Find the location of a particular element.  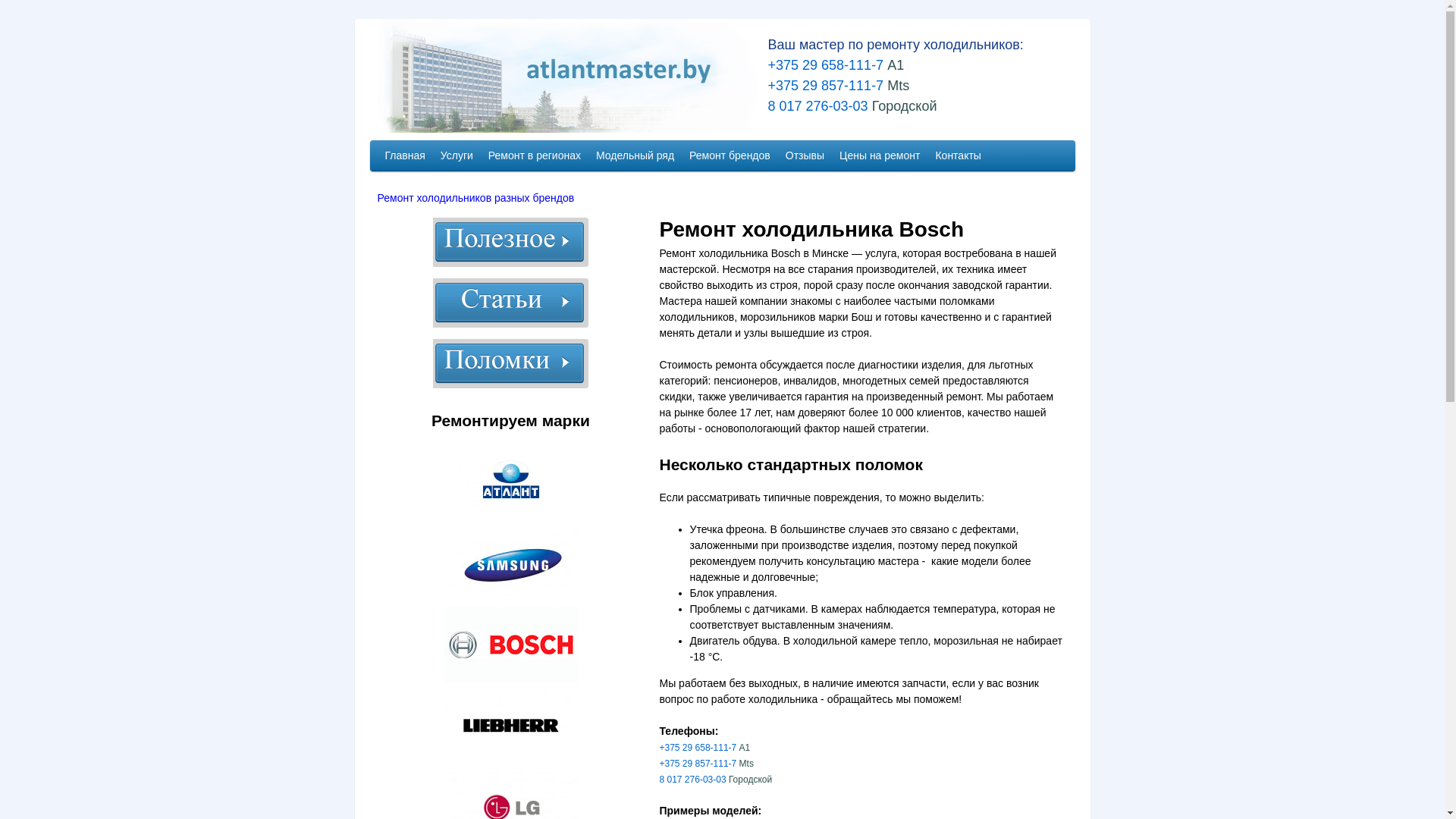

'   +375 29 658-111-7' is located at coordinates (819, 64).